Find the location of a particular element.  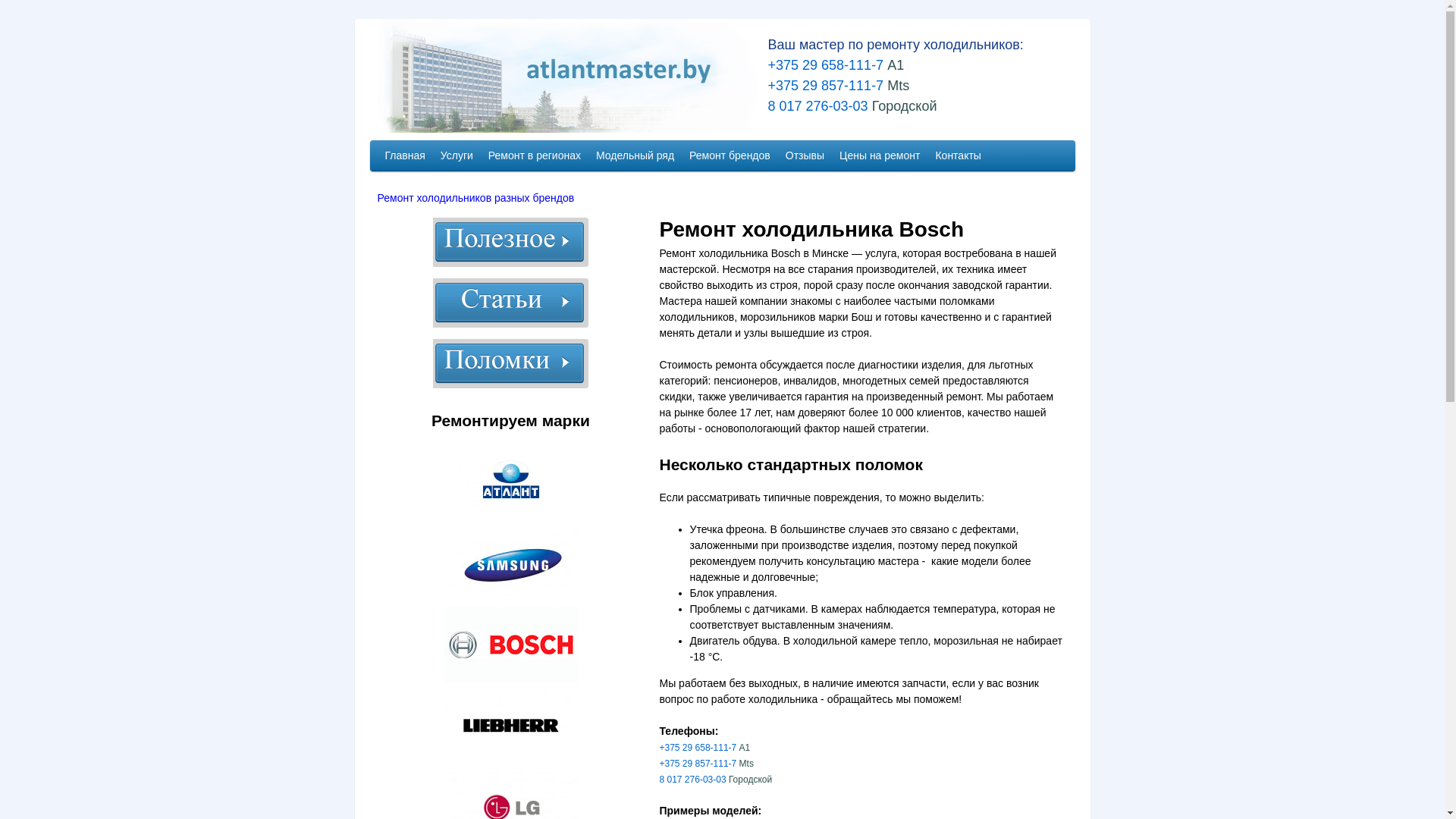

'   +375 29 658-111-7' is located at coordinates (819, 64).